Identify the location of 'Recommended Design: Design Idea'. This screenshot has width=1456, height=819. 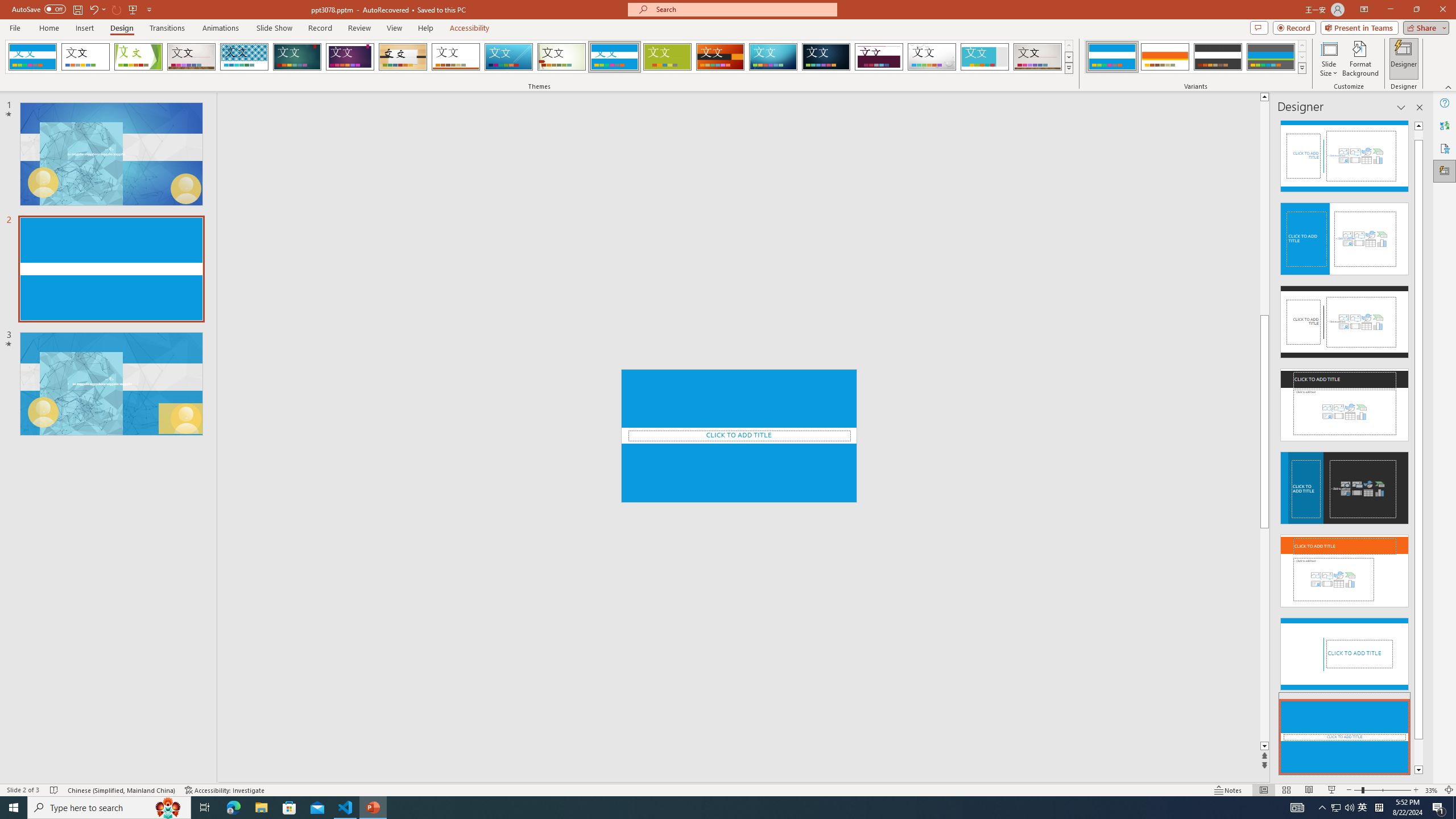
(1345, 152).